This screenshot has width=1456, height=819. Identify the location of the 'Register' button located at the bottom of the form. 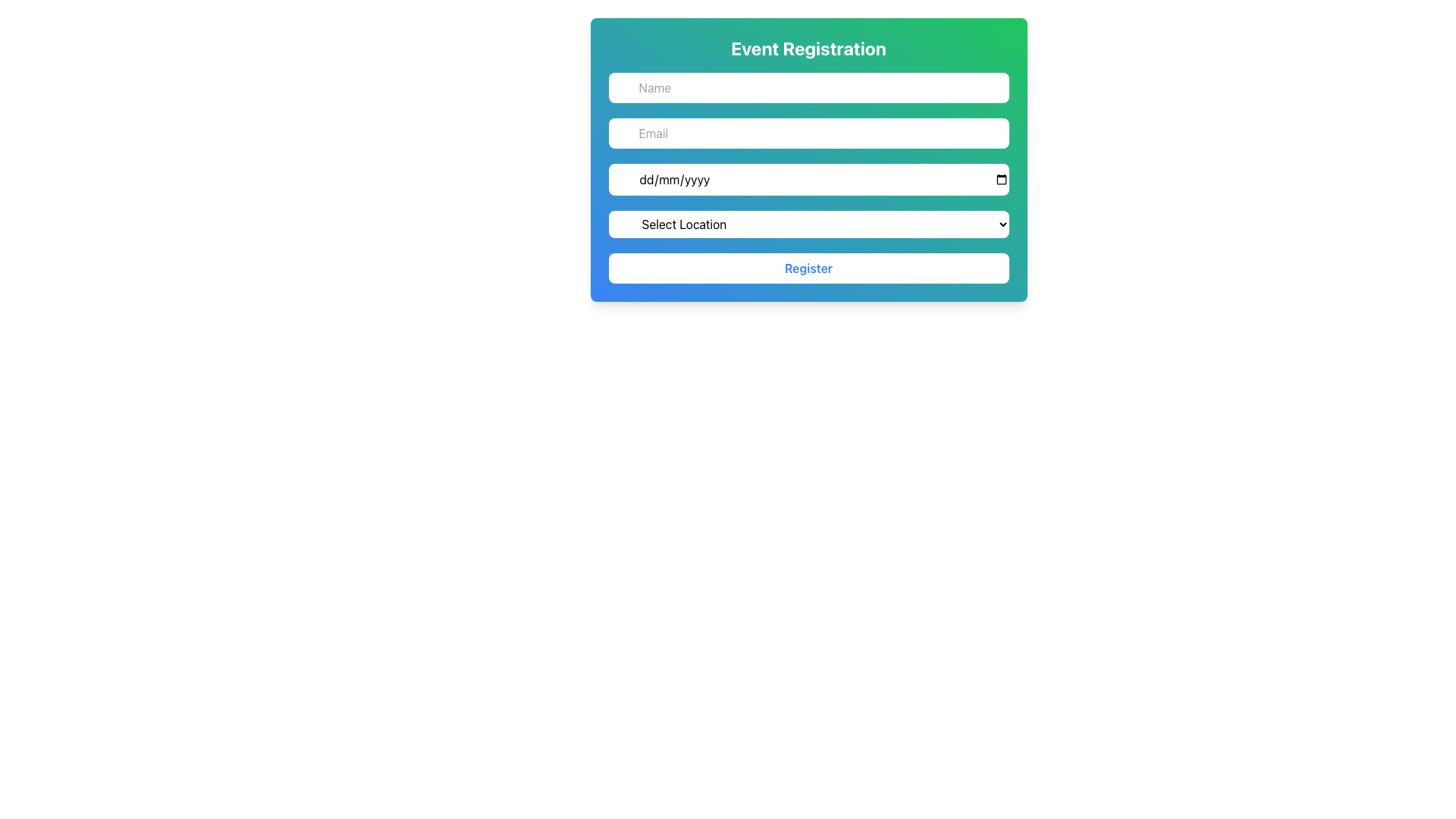
(808, 268).